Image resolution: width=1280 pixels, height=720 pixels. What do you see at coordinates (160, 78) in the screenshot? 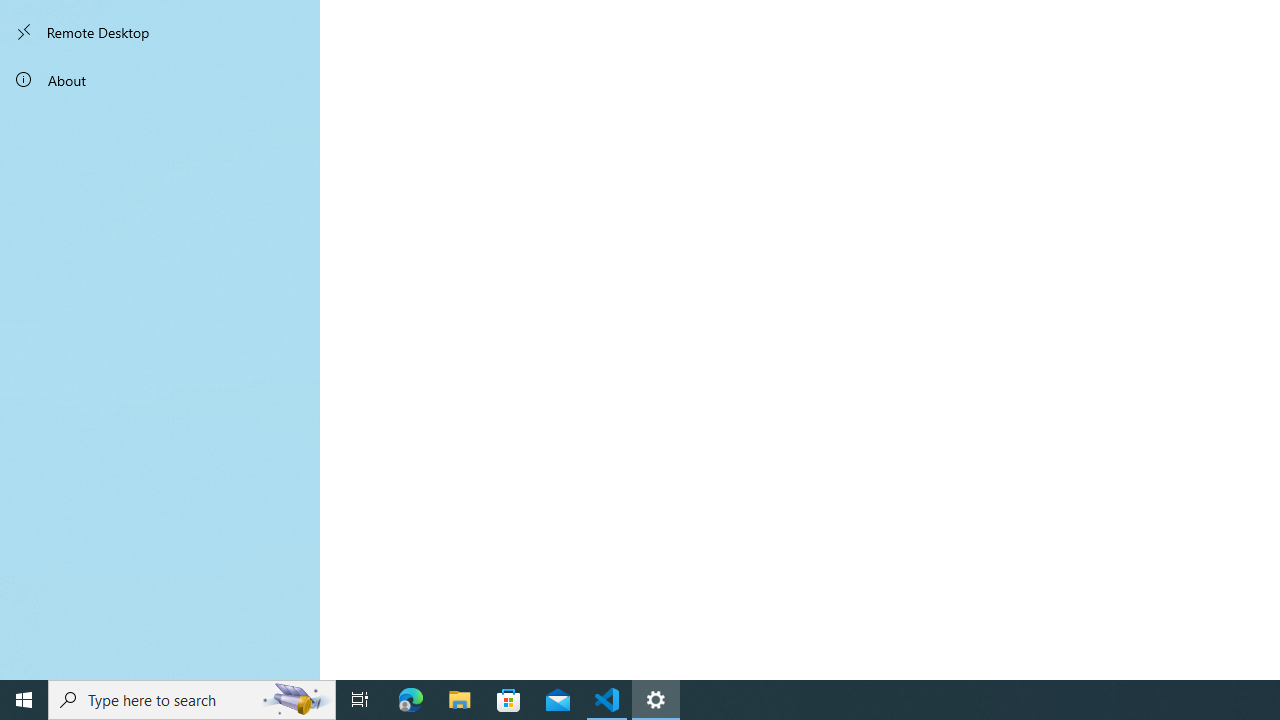
I see `'About'` at bounding box center [160, 78].